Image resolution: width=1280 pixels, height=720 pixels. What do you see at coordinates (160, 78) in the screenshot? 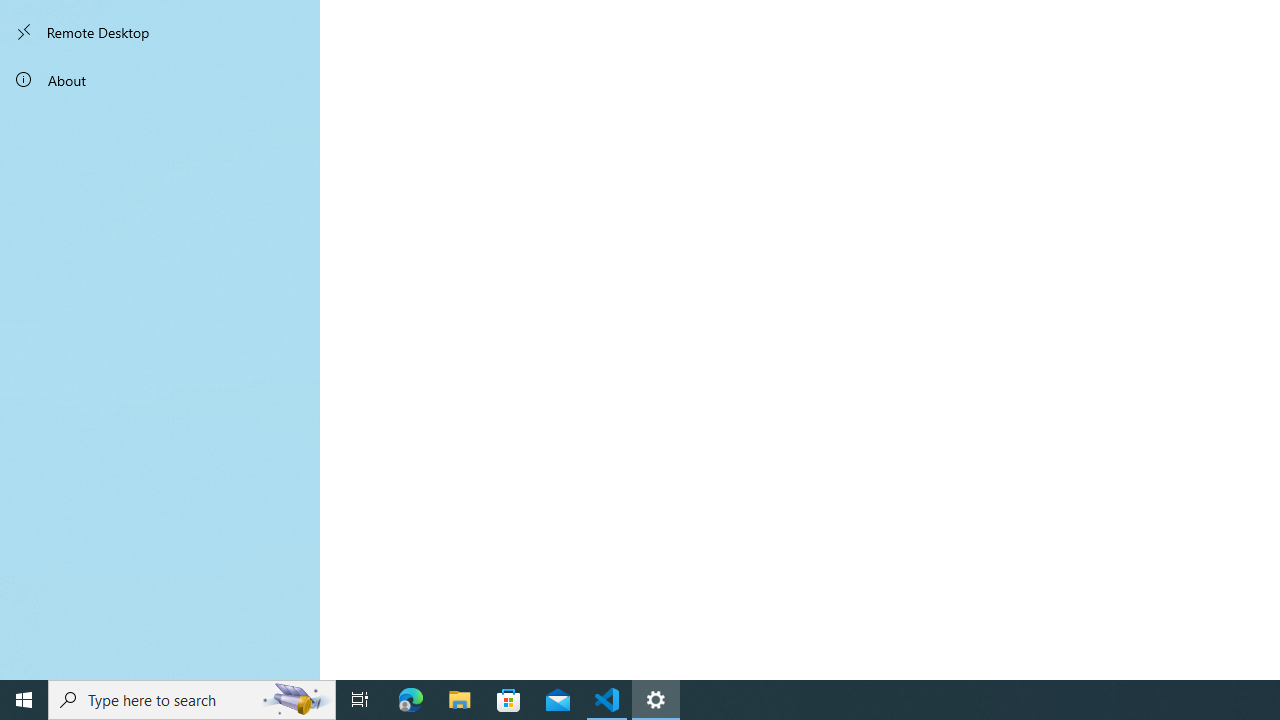
I see `'About'` at bounding box center [160, 78].